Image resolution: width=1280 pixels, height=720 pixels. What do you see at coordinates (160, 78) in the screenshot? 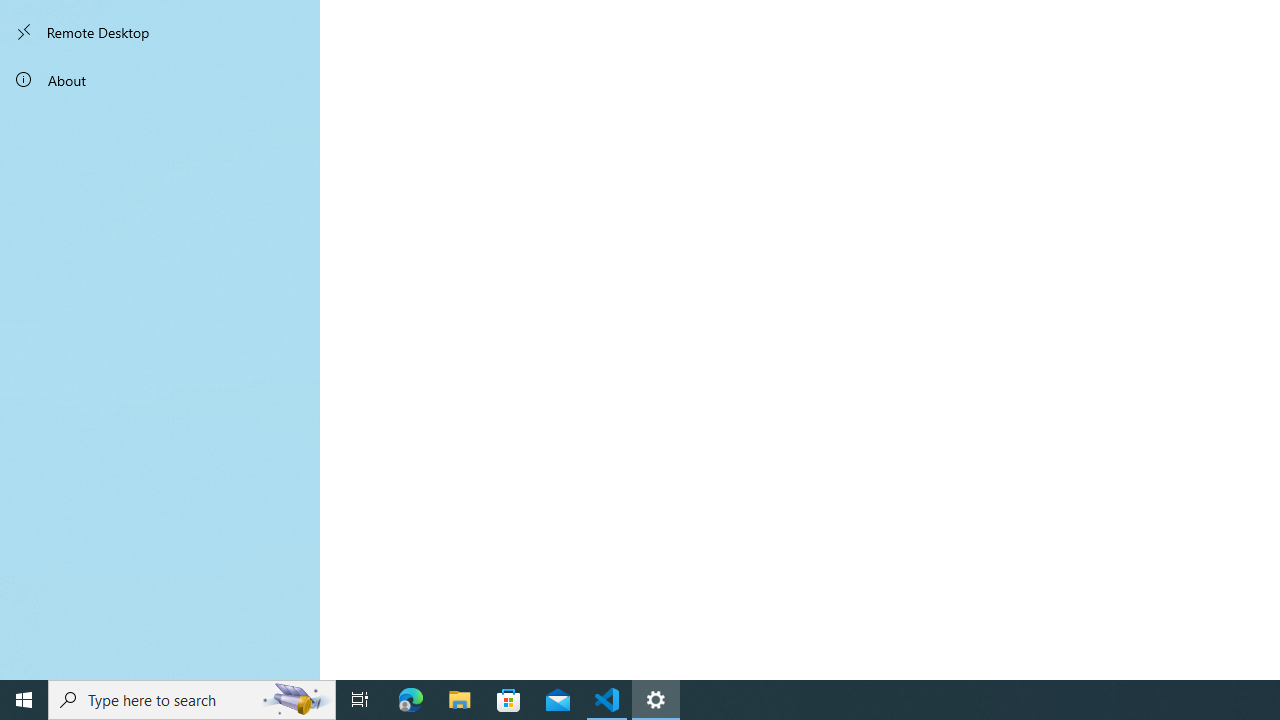
I see `'About'` at bounding box center [160, 78].